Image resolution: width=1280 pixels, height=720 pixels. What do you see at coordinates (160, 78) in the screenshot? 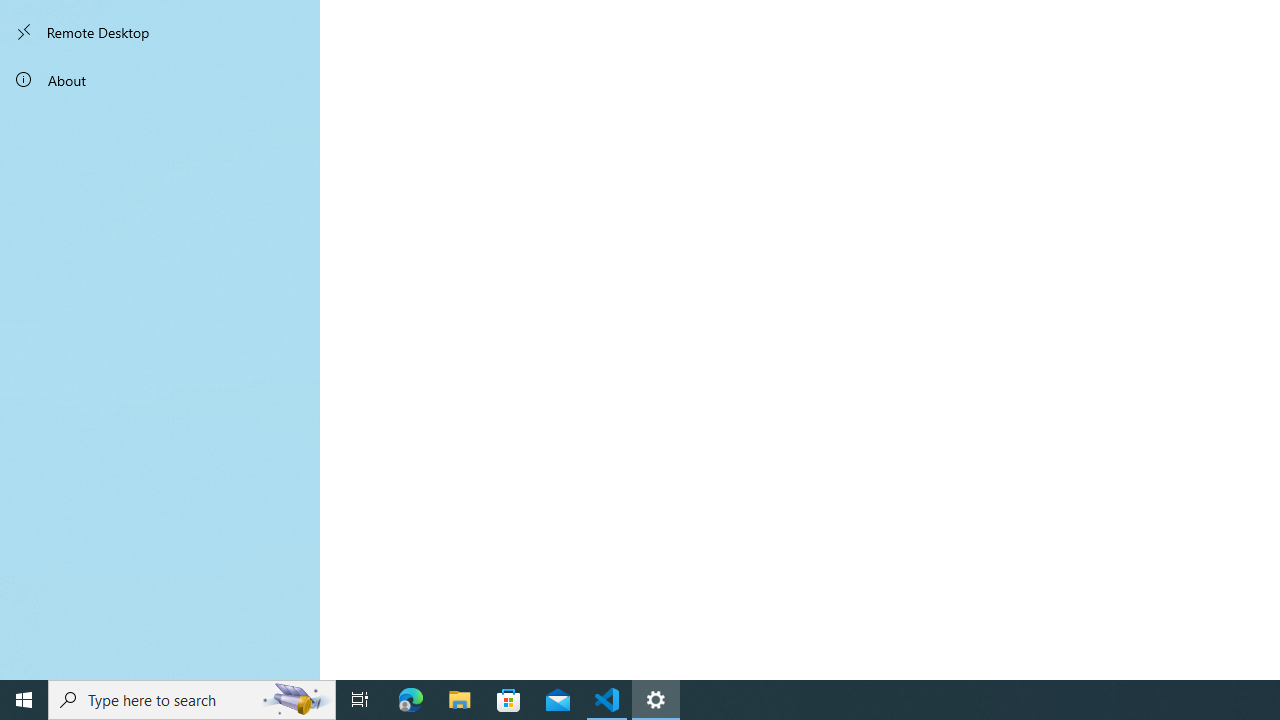
I see `'About'` at bounding box center [160, 78].